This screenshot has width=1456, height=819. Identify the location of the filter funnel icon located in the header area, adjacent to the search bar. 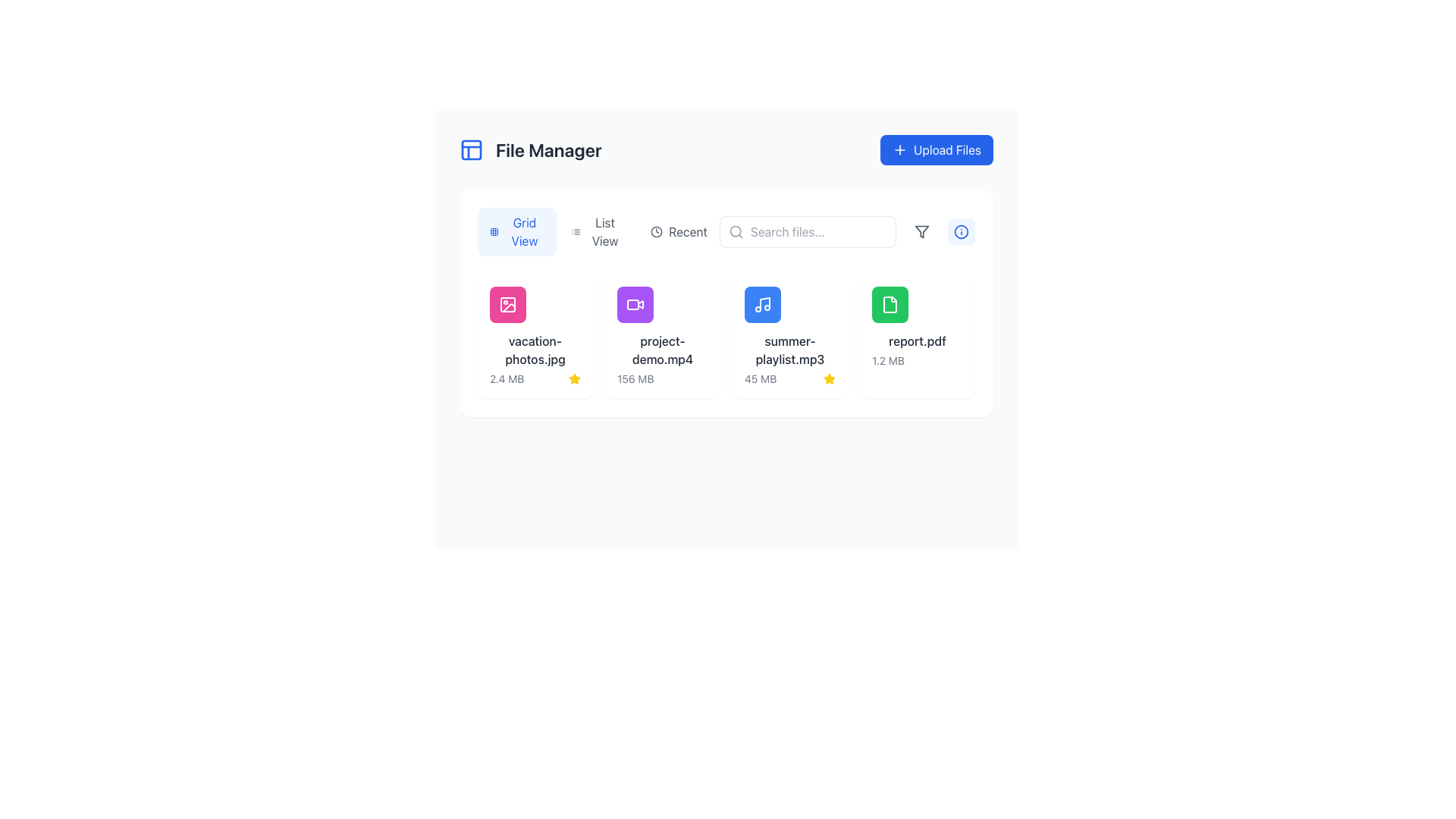
(921, 231).